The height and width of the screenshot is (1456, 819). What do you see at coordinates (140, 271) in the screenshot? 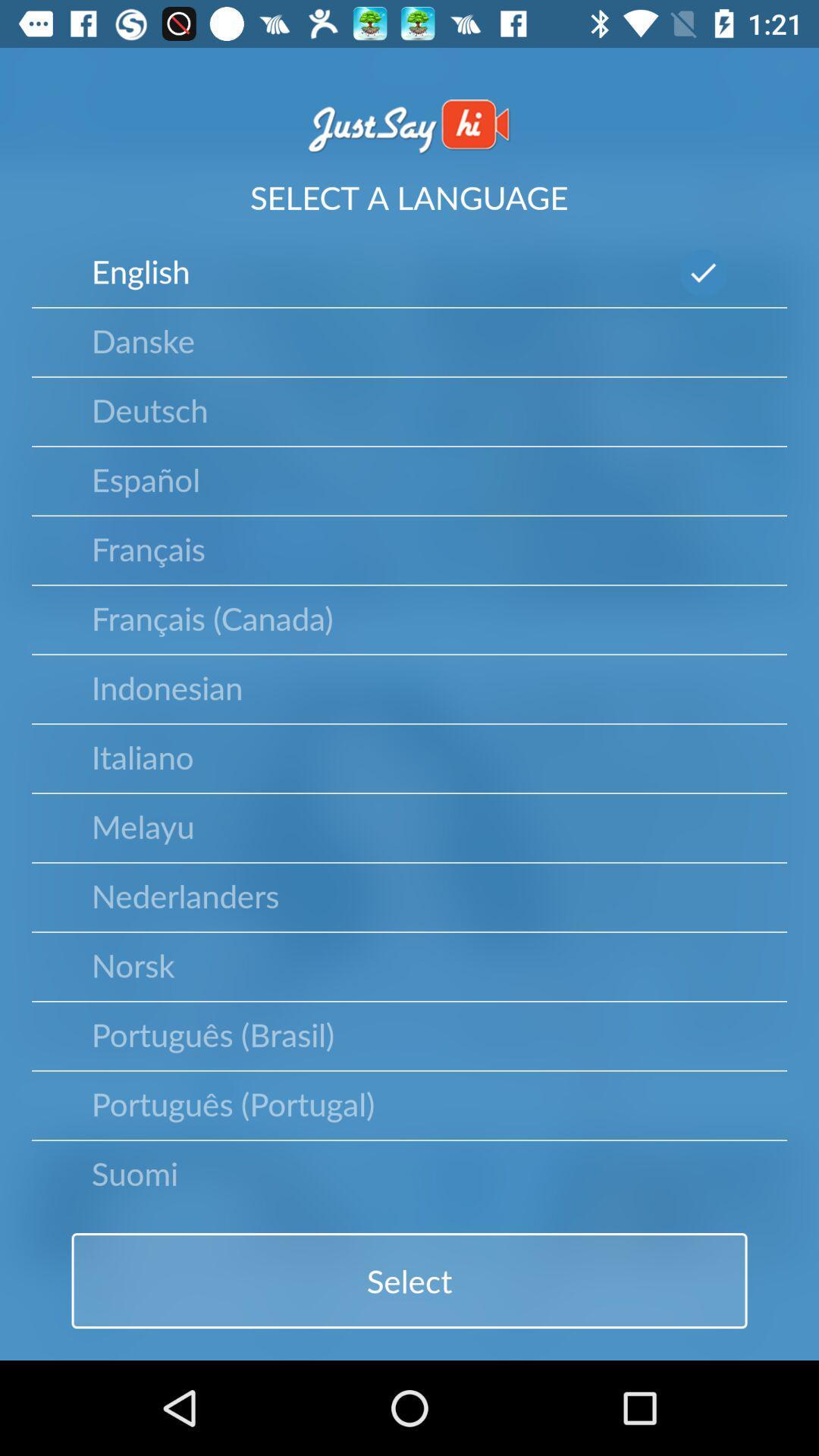
I see `icon above danske` at bounding box center [140, 271].